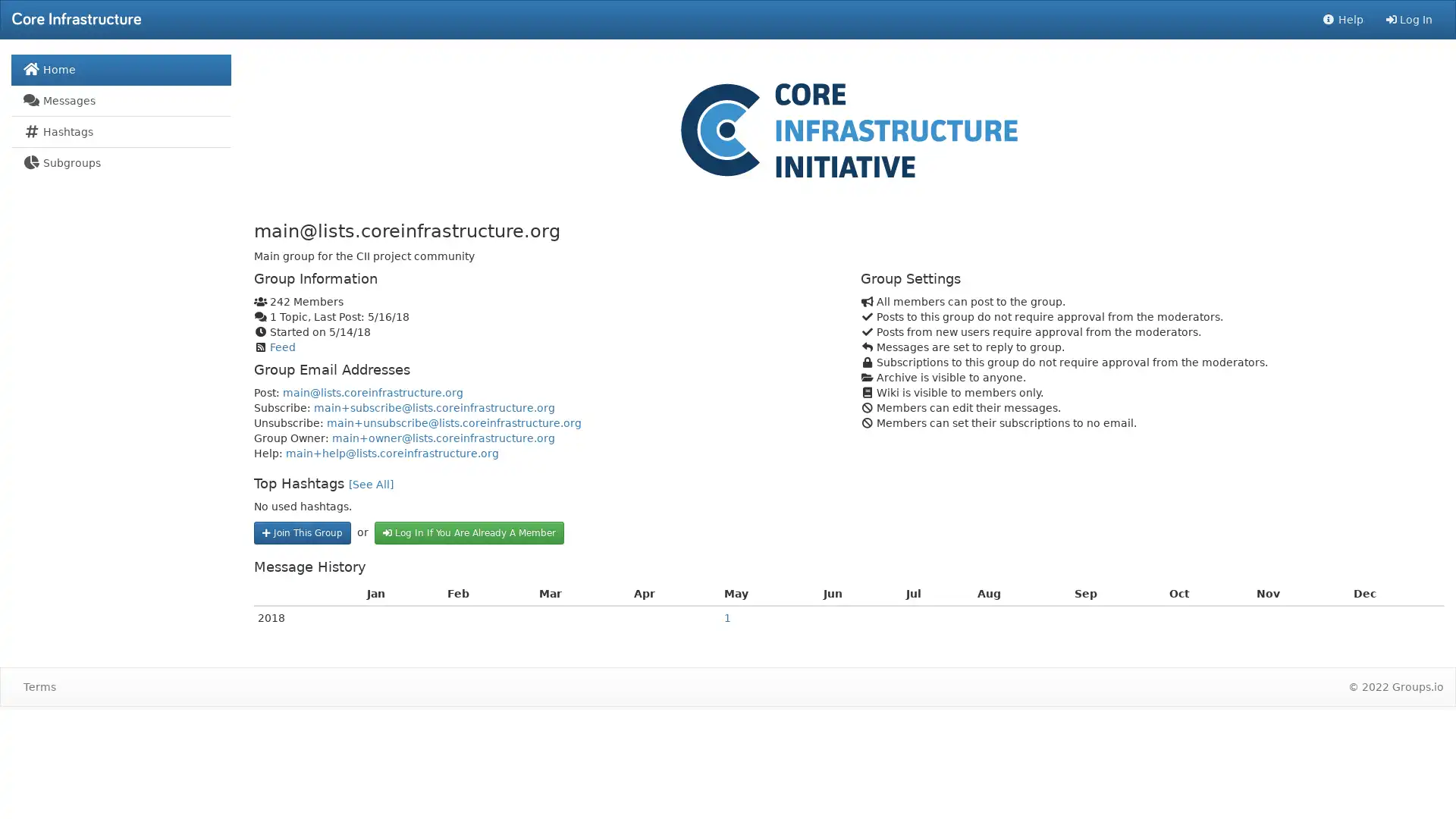 This screenshot has width=1456, height=819. What do you see at coordinates (302, 532) in the screenshot?
I see `Join This Group` at bounding box center [302, 532].